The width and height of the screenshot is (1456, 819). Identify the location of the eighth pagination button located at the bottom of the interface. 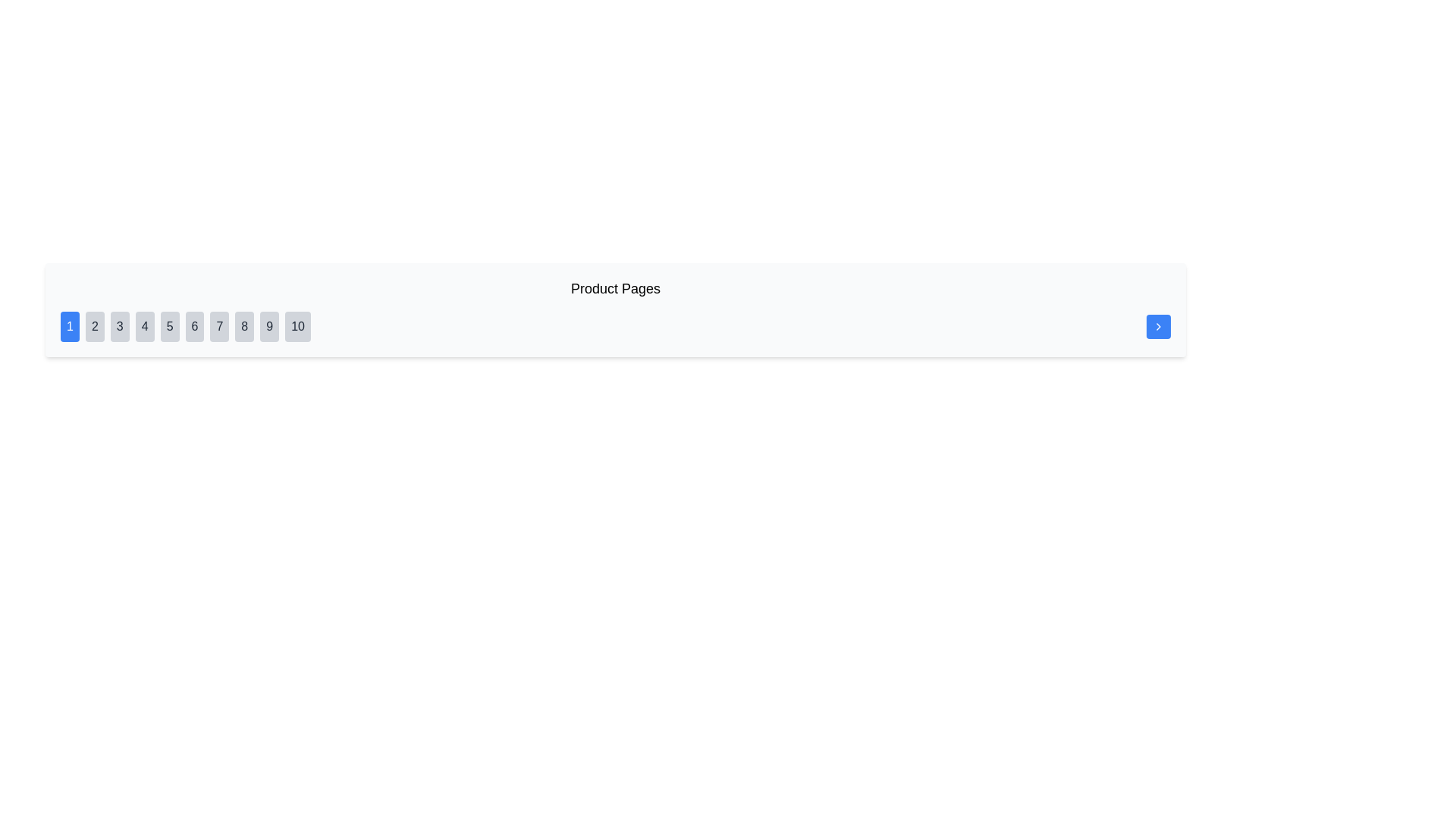
(244, 326).